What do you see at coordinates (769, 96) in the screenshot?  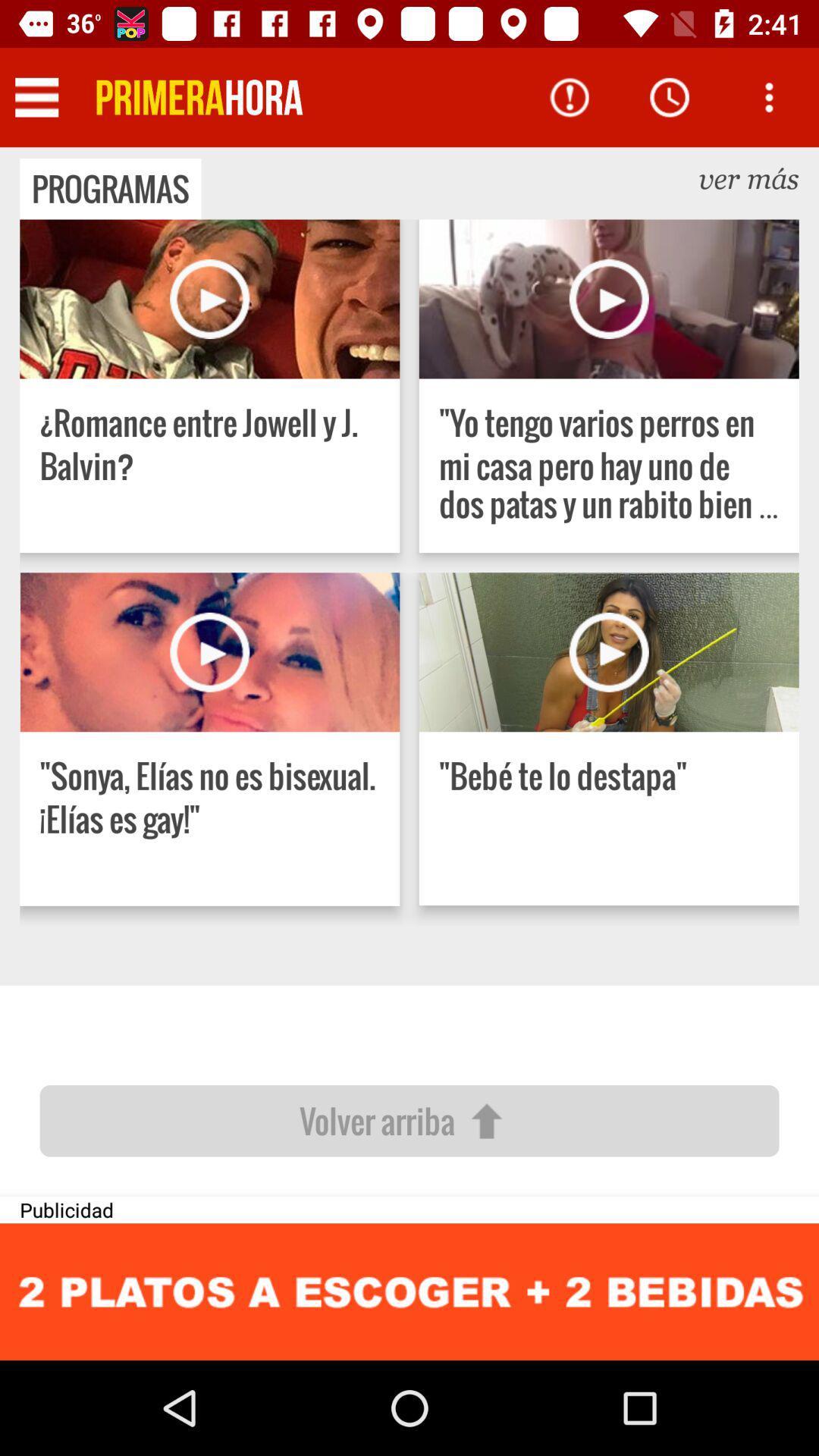 I see `open options` at bounding box center [769, 96].